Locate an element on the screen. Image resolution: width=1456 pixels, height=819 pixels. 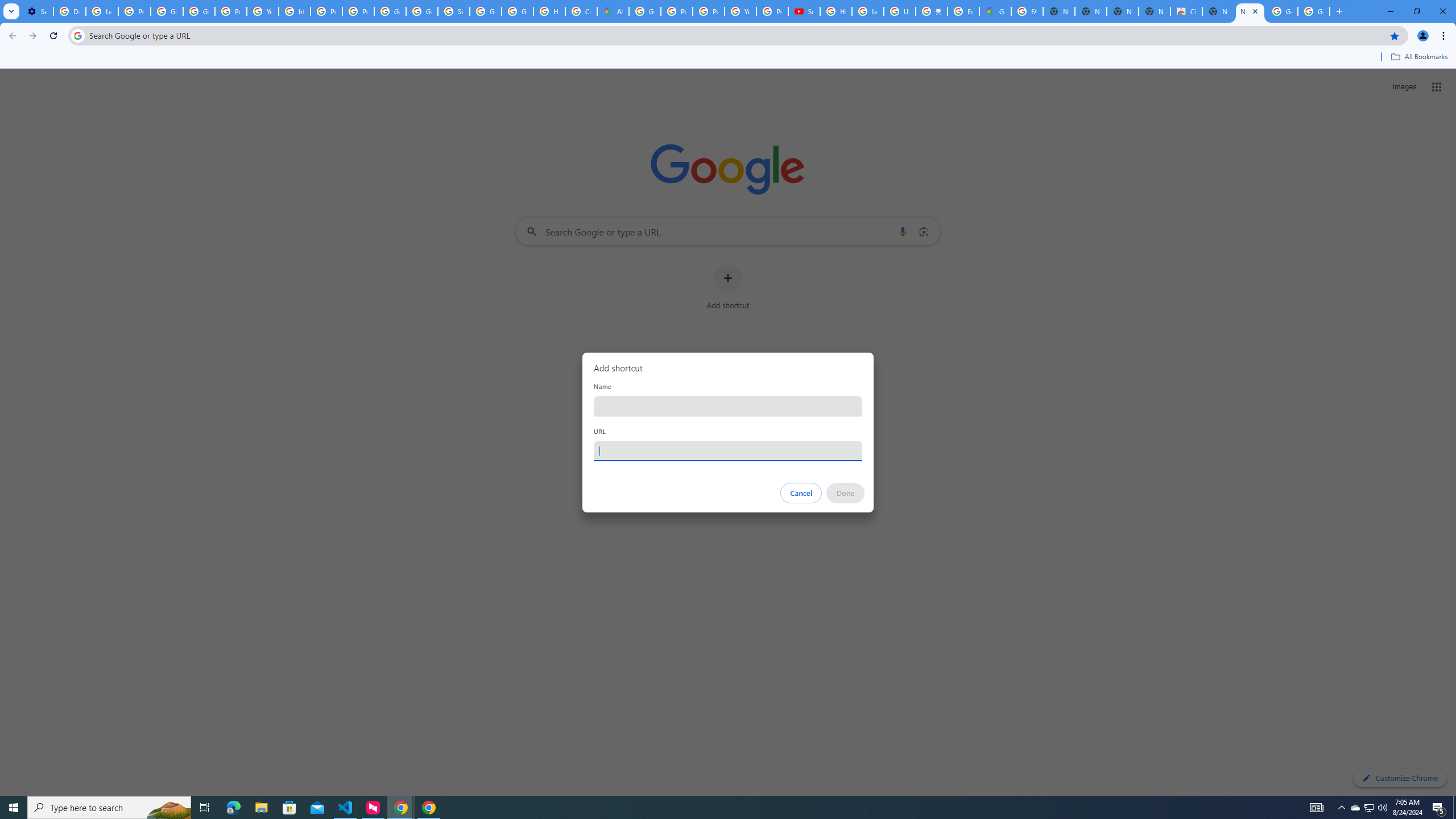
'Name' is located at coordinates (728, 405).